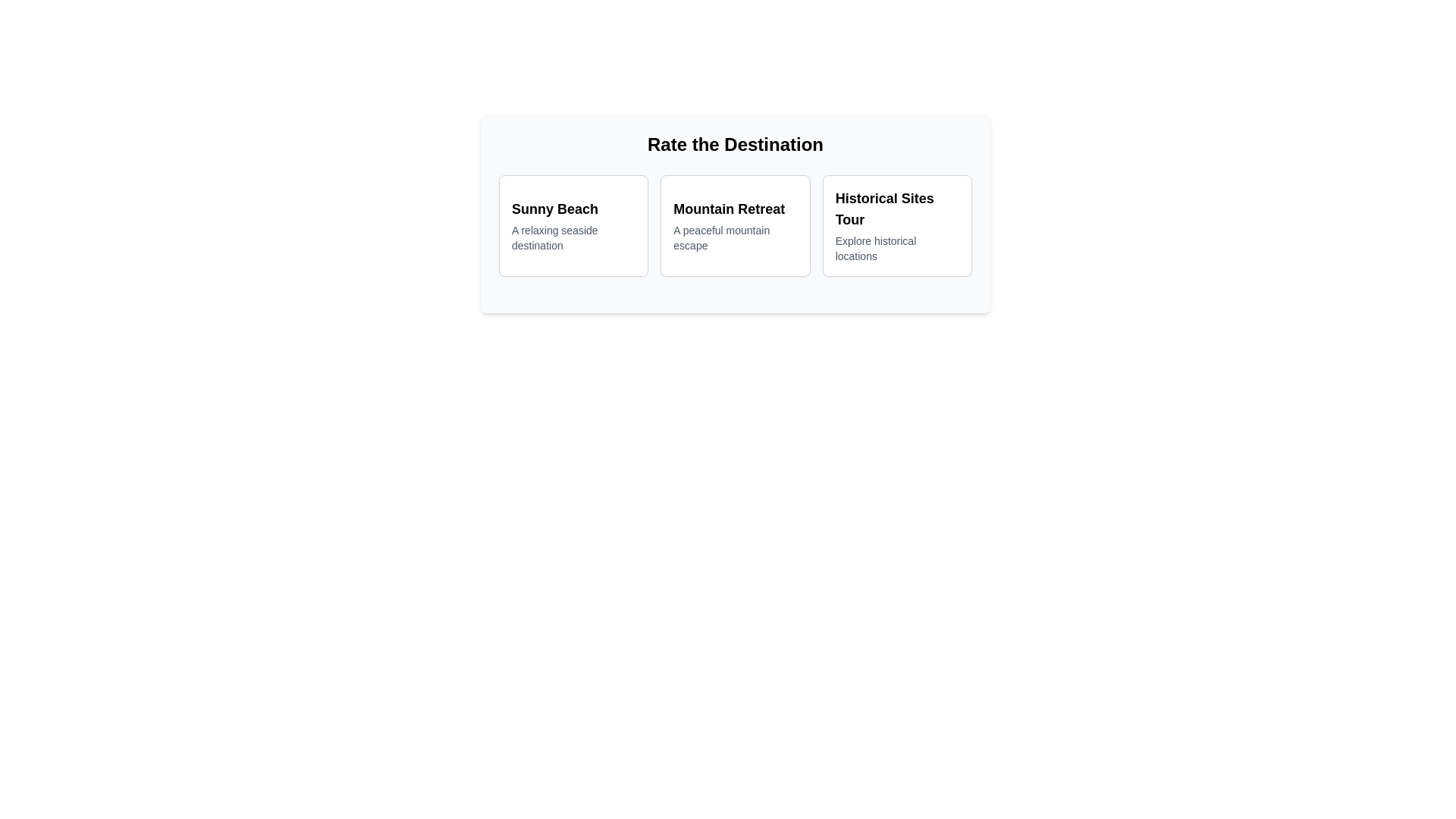 The width and height of the screenshot is (1456, 819). I want to click on the 'Mountain Retreat' card, which is the second card in the grid layout under the heading 'Rate the Destination', so click(735, 213).